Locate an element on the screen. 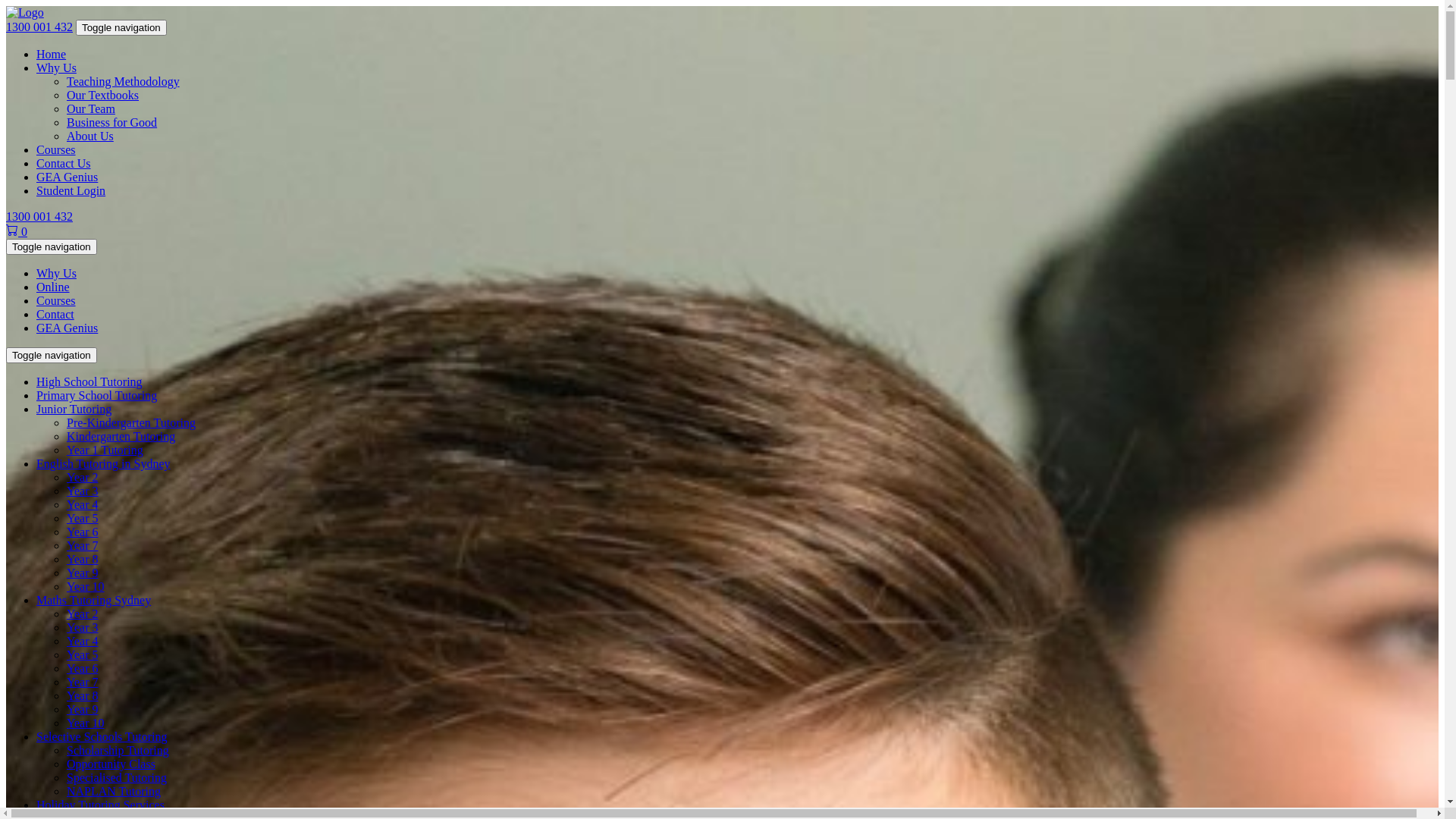 This screenshot has height=819, width=1456. 'About Us' is located at coordinates (65, 135).